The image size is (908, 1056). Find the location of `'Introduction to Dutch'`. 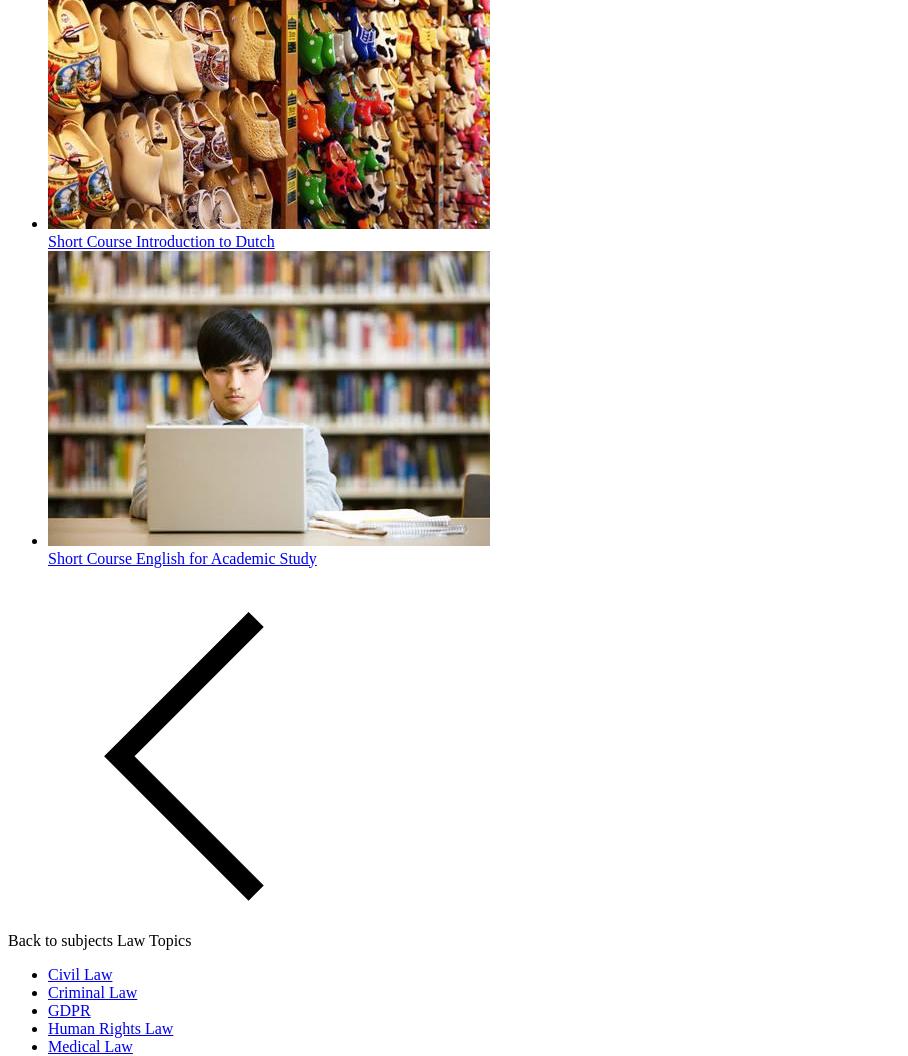

'Introduction to Dutch' is located at coordinates (205, 239).